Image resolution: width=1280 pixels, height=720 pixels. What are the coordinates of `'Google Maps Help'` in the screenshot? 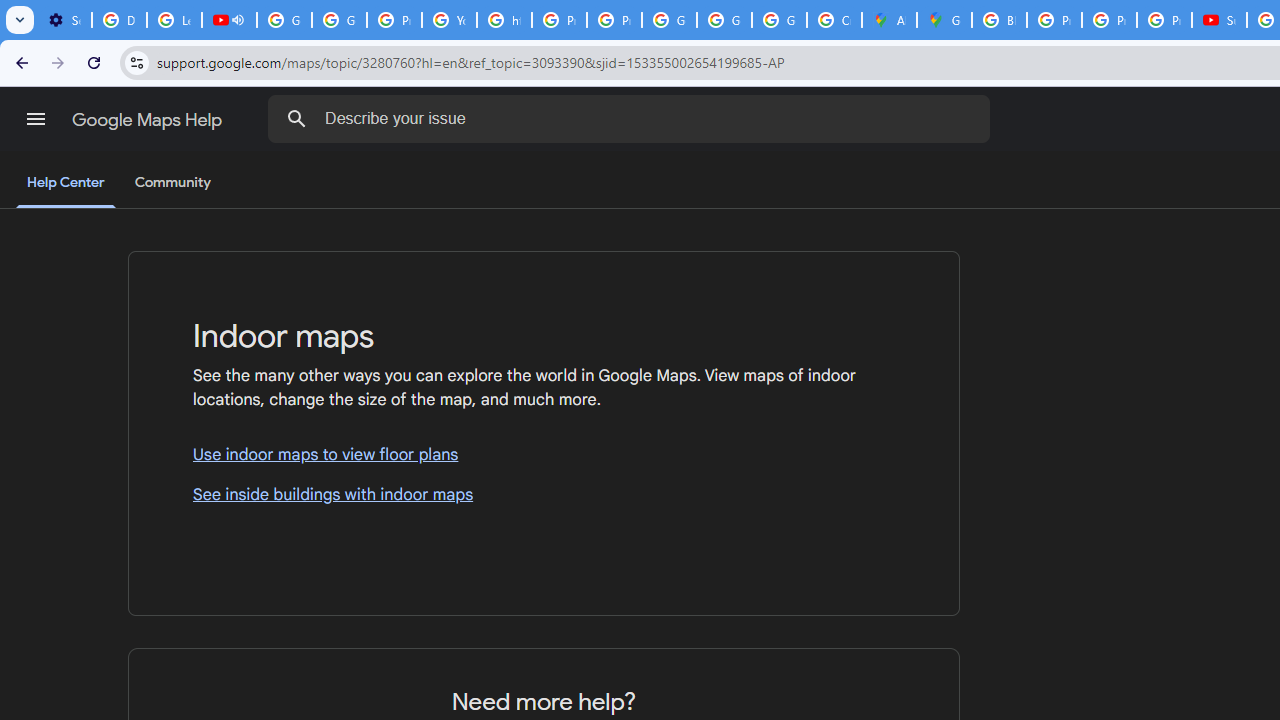 It's located at (148, 119).